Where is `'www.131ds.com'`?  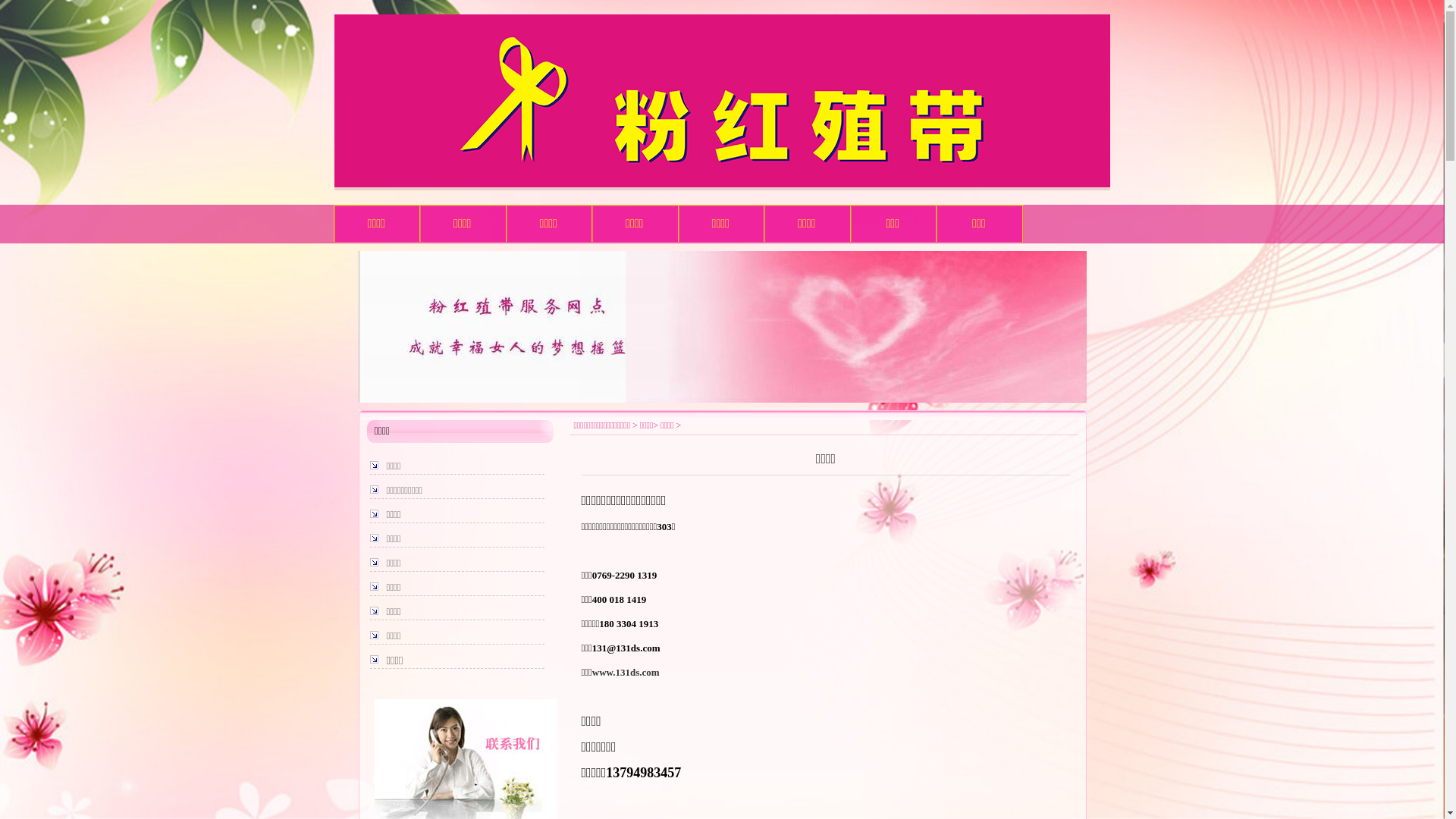
'www.131ds.com' is located at coordinates (626, 671).